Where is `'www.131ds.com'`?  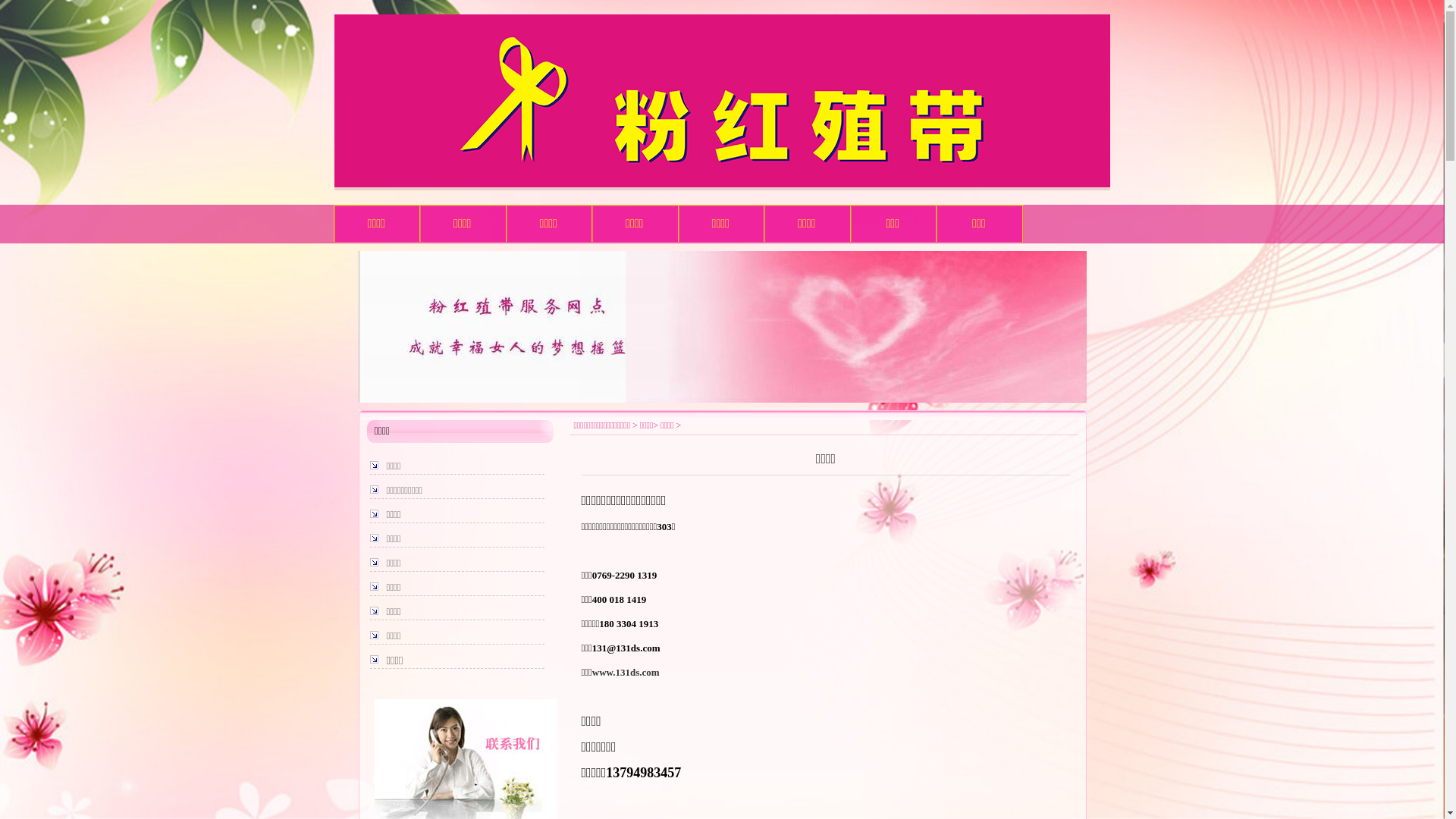
'www.131ds.com' is located at coordinates (626, 671).